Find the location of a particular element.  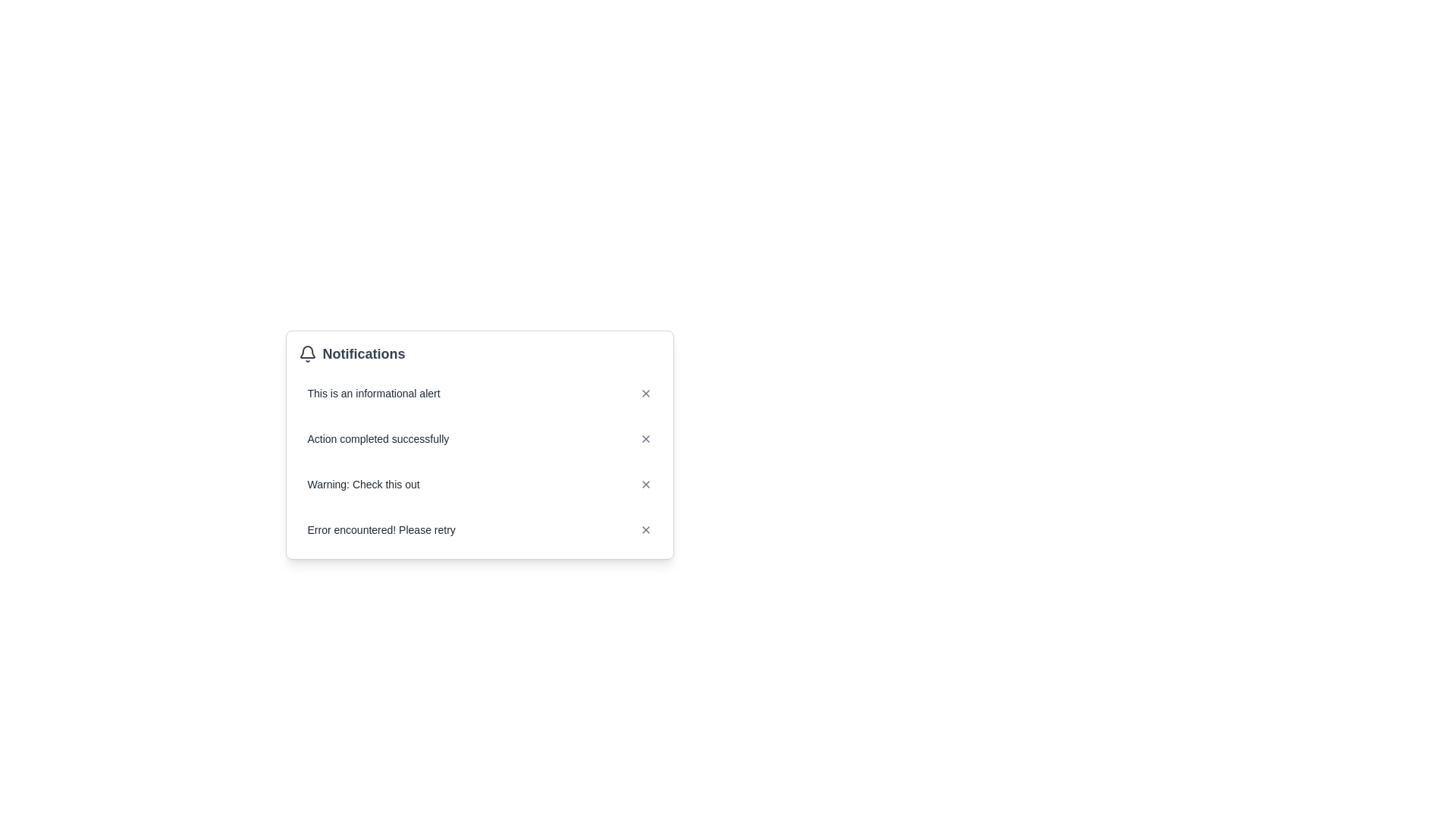

the text label that provides a warning message, specifically the one that says 'Warning: Check this out' located in the third position of the notification list is located at coordinates (362, 485).